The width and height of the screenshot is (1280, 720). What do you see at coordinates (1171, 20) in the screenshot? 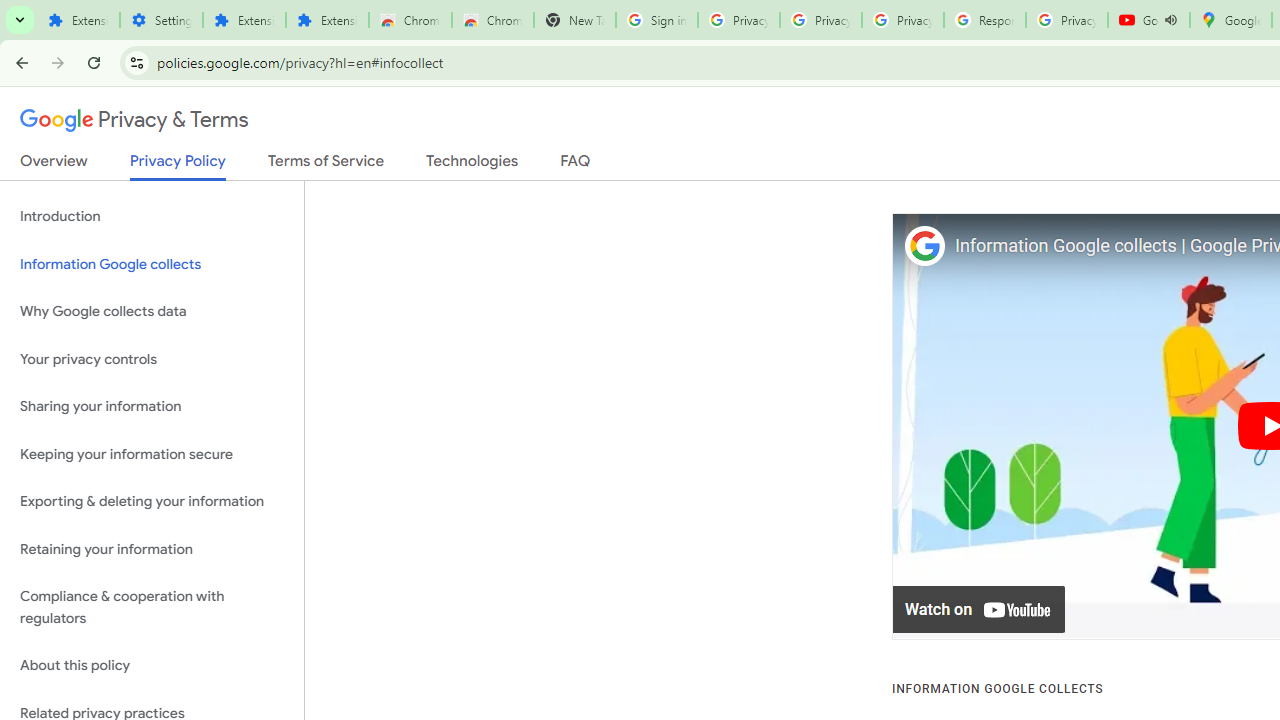
I see `'Mute tab'` at bounding box center [1171, 20].